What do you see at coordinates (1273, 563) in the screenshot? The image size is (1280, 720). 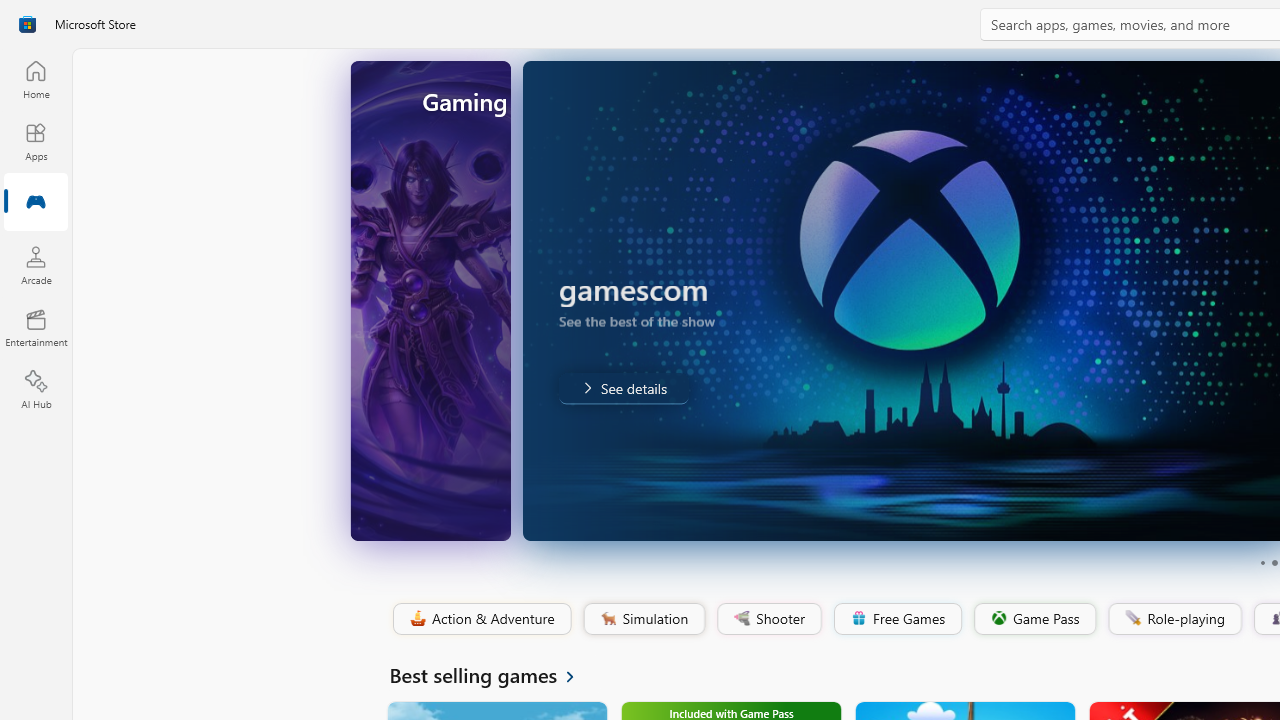 I see `'Page 2'` at bounding box center [1273, 563].